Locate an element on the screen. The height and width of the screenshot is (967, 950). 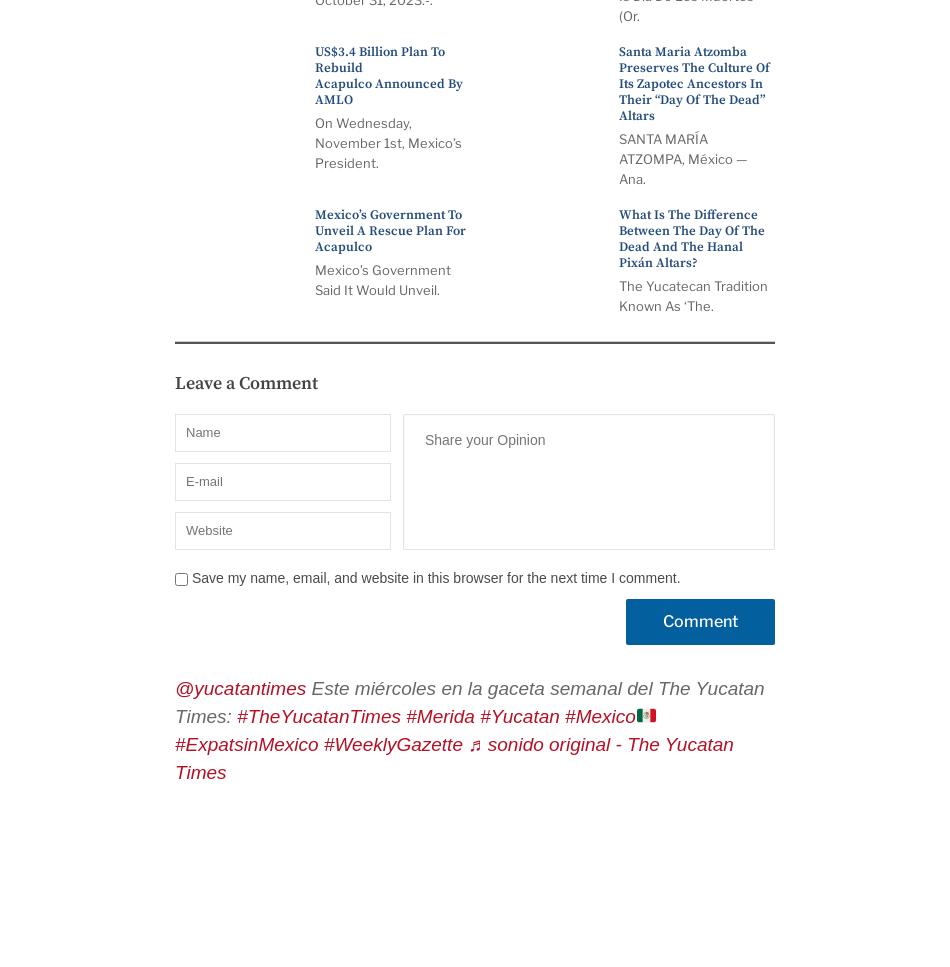
'Santa Maria Atzomba preserves the culture of its Zapotec ancestors in their “Day of the Dead” altars' is located at coordinates (694, 84).